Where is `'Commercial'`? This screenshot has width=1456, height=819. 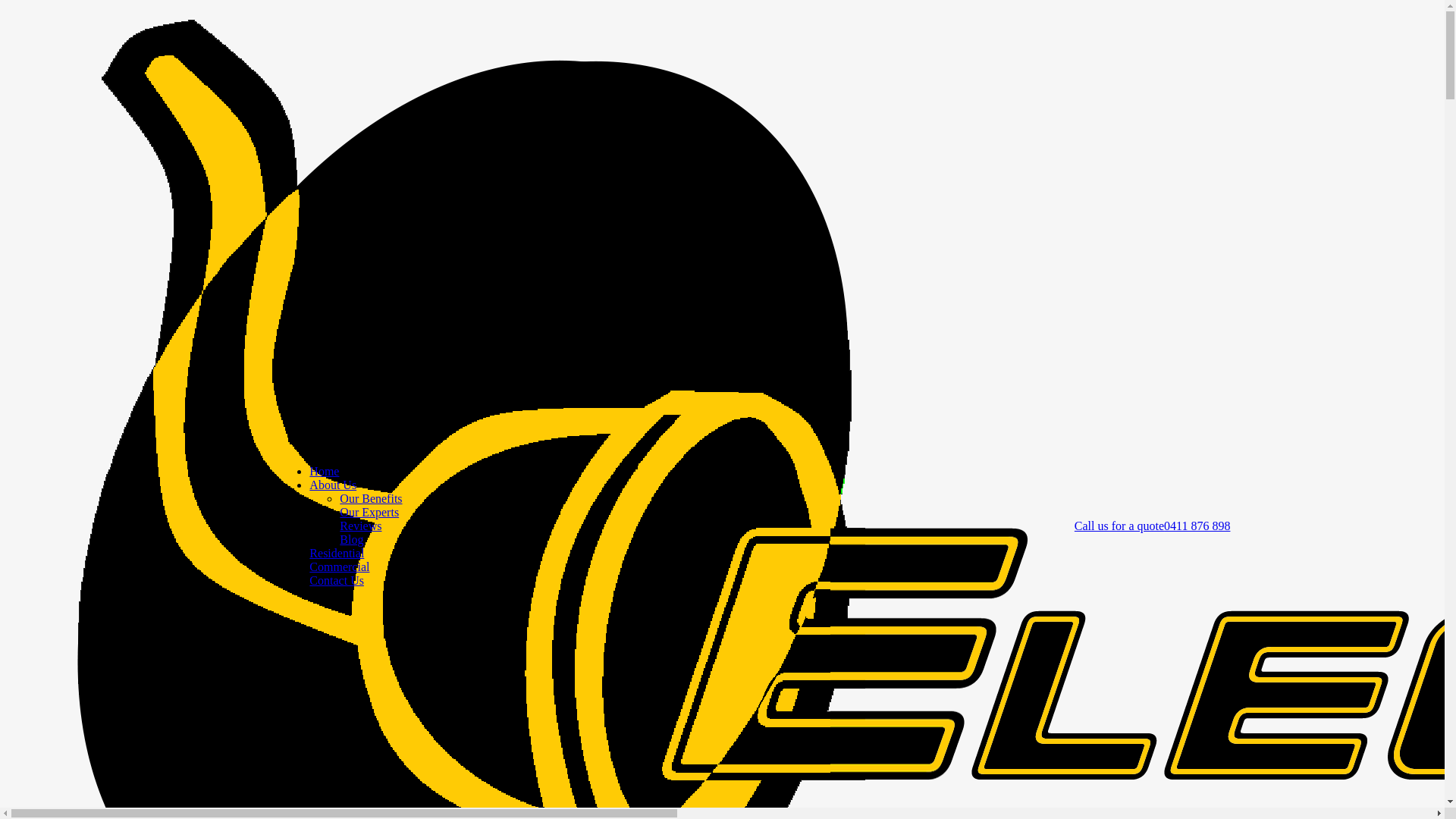
'Commercial' is located at coordinates (309, 566).